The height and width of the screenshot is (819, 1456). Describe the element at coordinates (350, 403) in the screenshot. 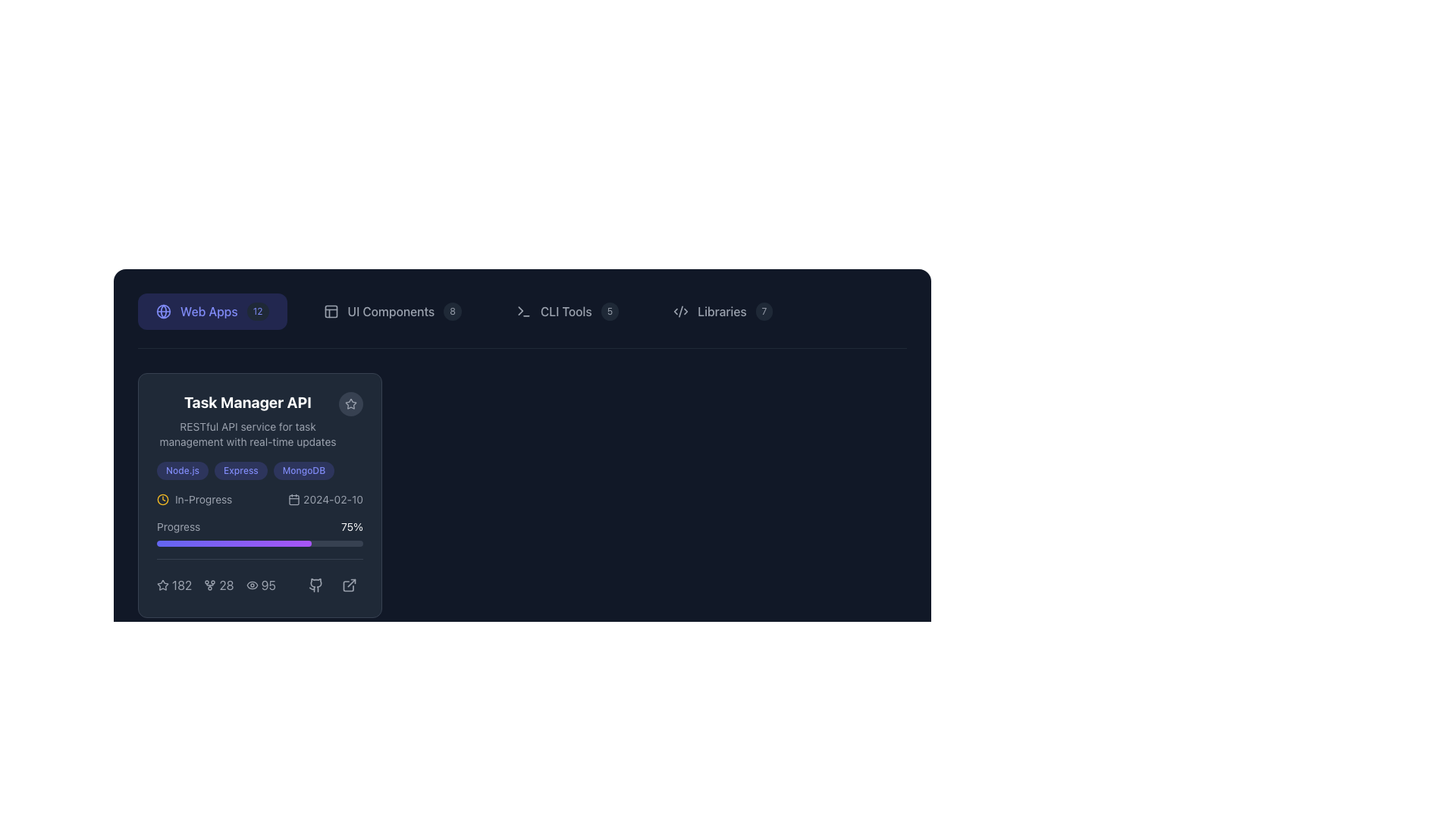

I see `the button with an icon located at the top-right corner of the 'Task Manager API' block` at that location.